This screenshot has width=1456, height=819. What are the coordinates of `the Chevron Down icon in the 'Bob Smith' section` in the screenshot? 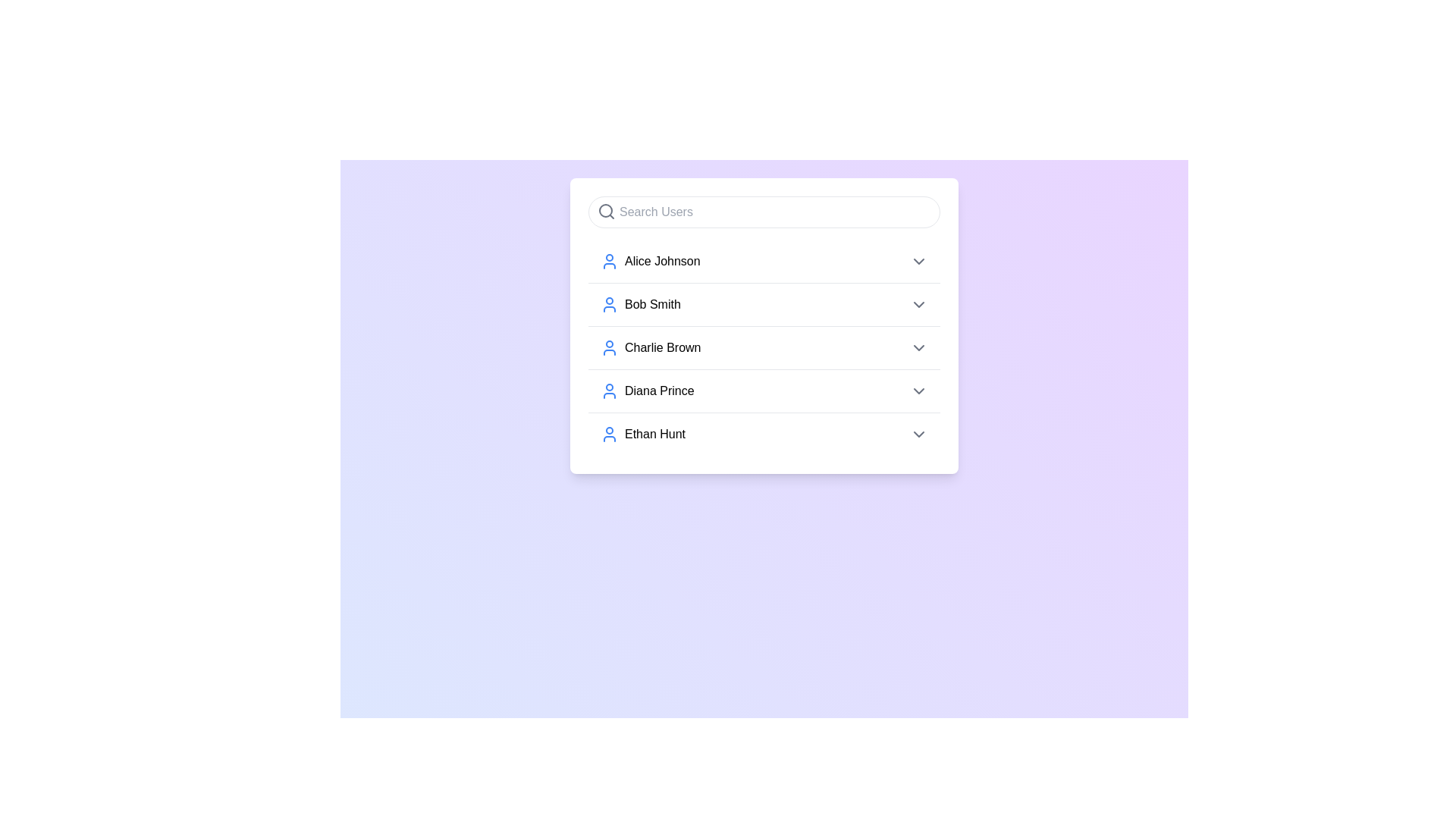 It's located at (918, 304).